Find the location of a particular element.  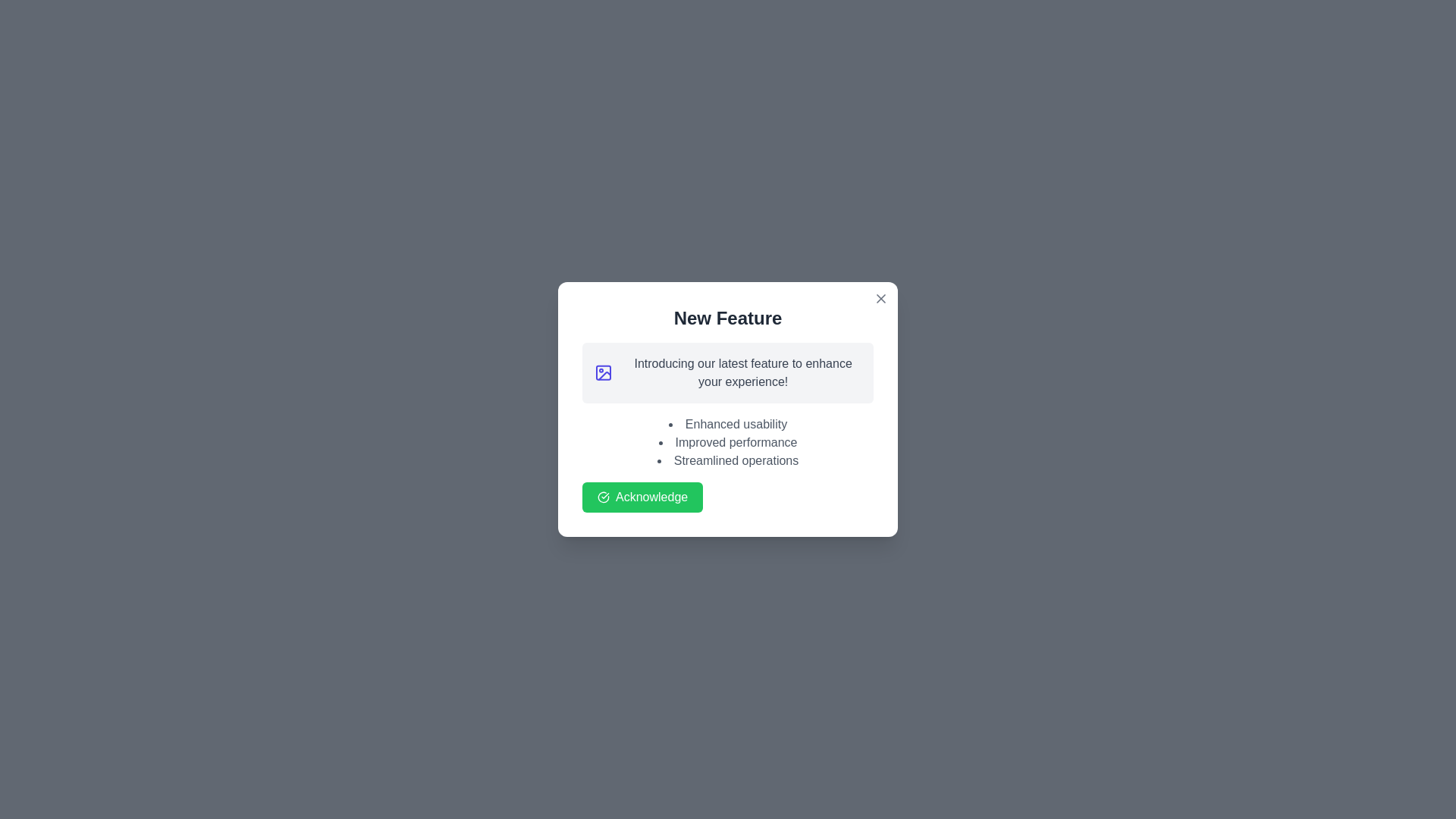

the third item in the vertical bullet list located in the bottom section of the modal dialog, which provides informational details about features or attributes is located at coordinates (728, 460).